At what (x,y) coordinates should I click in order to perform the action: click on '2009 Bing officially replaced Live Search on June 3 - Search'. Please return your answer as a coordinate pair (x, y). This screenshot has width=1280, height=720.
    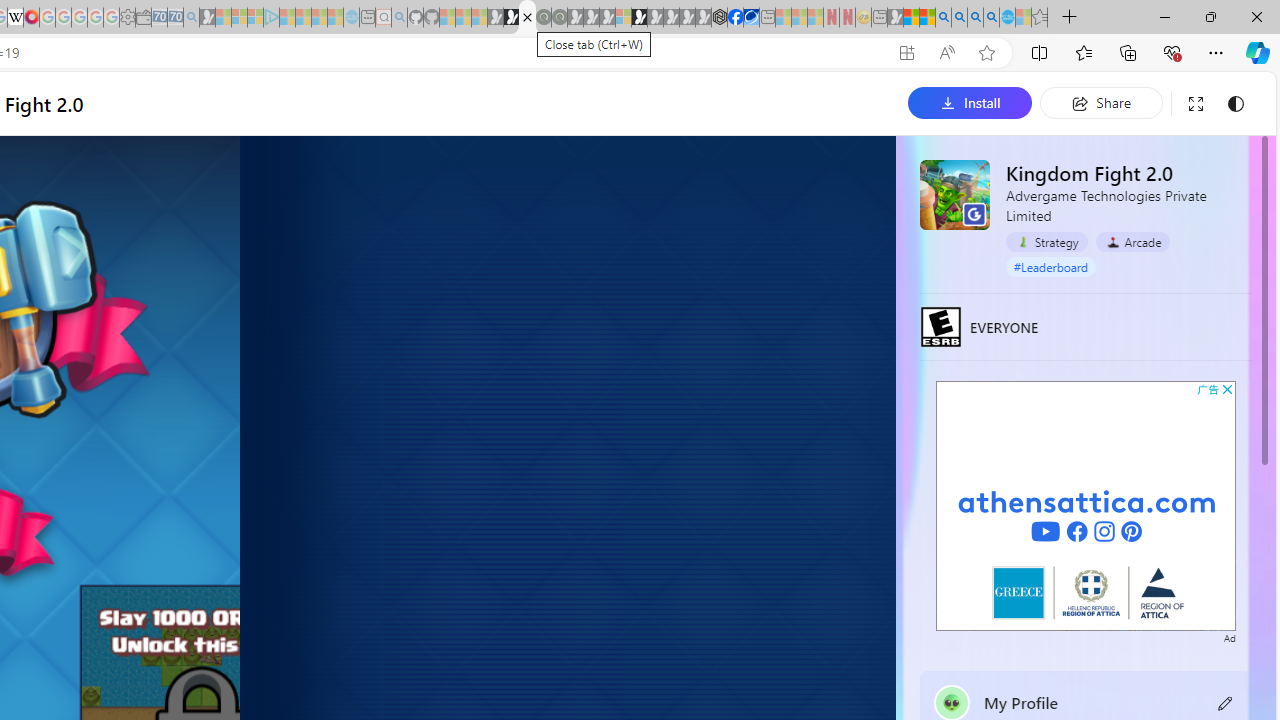
    Looking at the image, I should click on (958, 17).